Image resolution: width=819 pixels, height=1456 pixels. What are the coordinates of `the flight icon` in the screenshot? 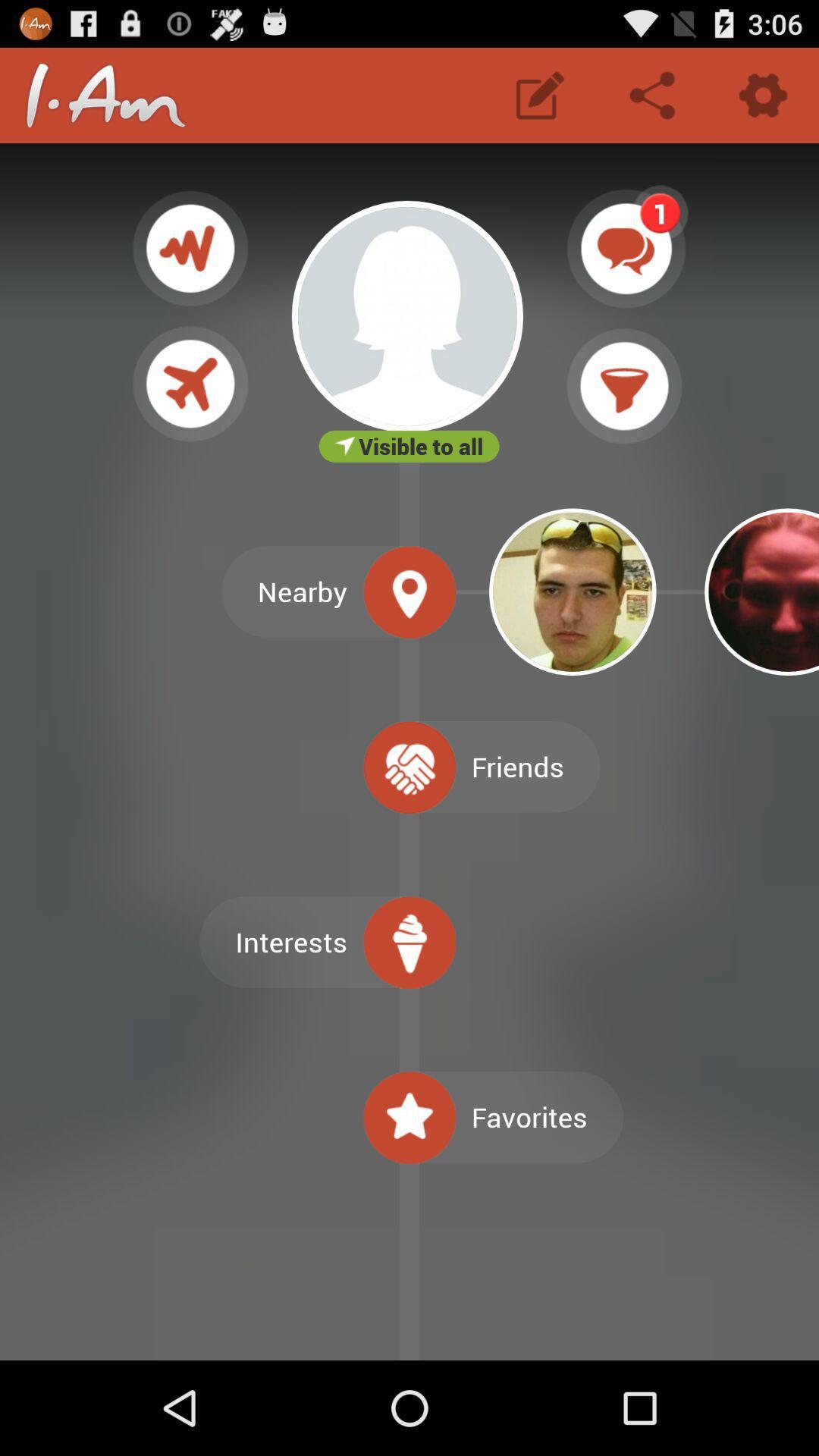 It's located at (190, 410).